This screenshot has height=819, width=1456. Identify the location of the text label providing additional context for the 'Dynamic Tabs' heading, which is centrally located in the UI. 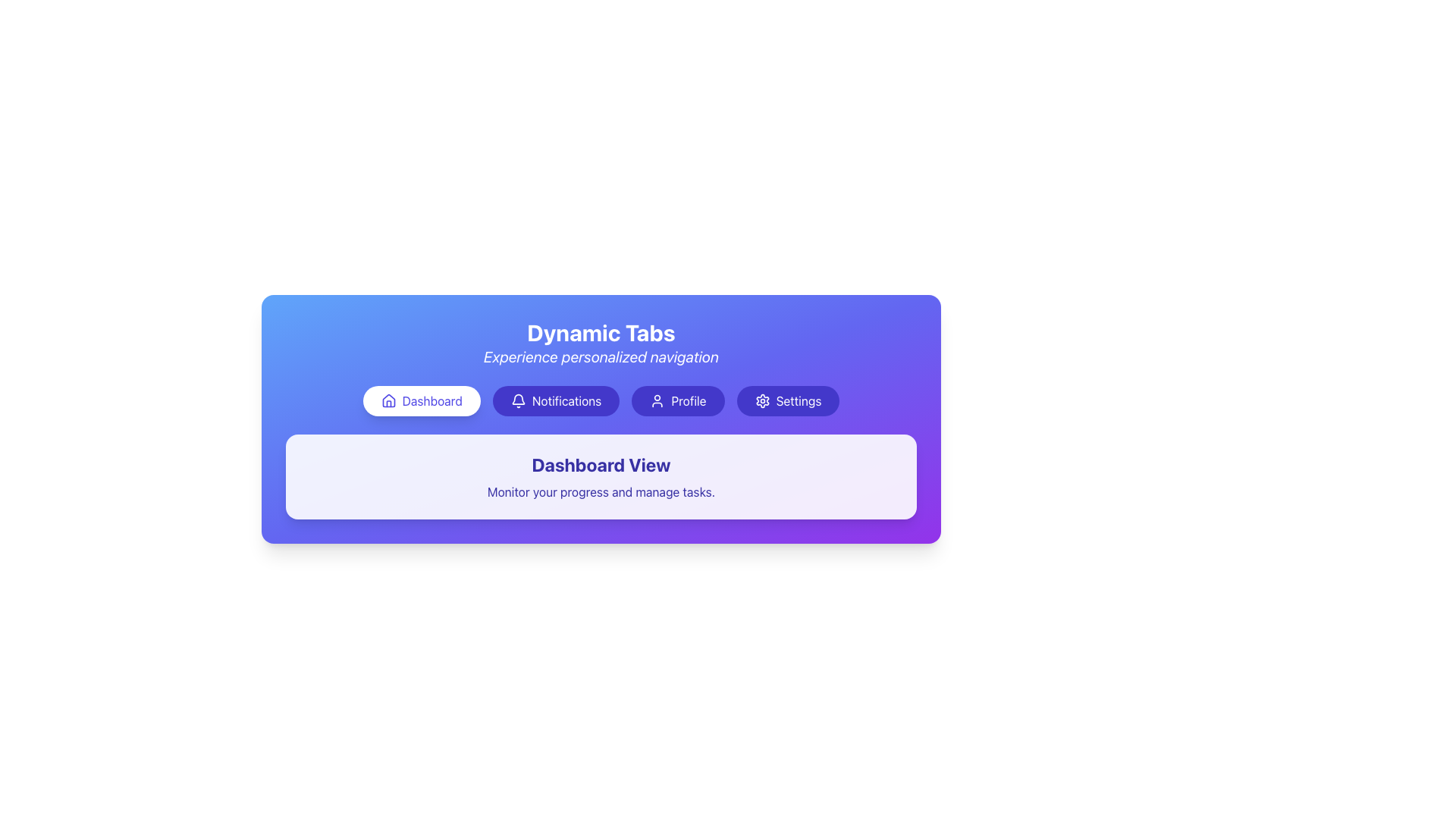
(600, 356).